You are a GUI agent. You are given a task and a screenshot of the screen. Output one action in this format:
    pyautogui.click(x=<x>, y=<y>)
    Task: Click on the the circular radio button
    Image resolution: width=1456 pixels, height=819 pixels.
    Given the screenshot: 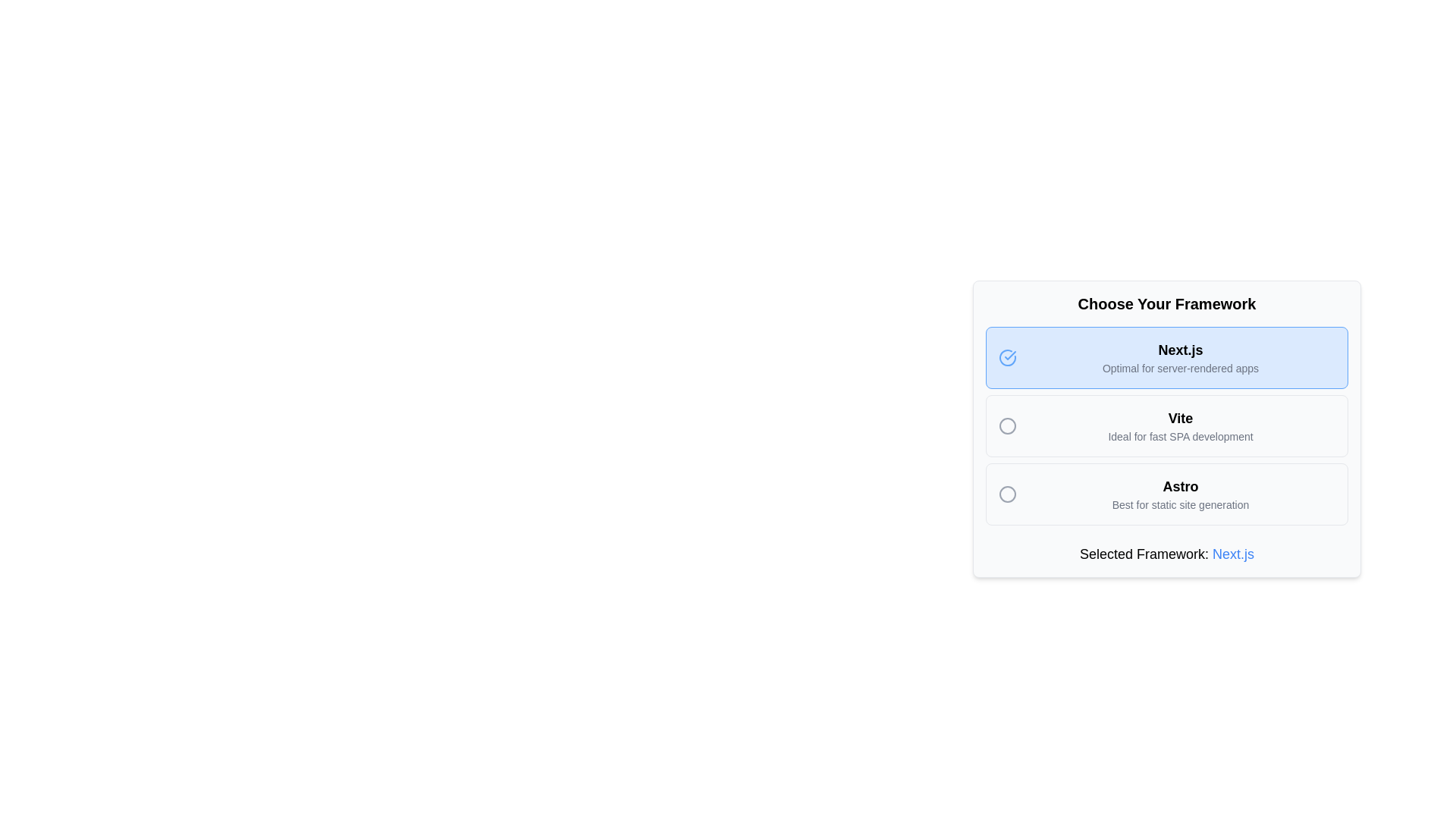 What is the action you would take?
    pyautogui.click(x=1166, y=432)
    